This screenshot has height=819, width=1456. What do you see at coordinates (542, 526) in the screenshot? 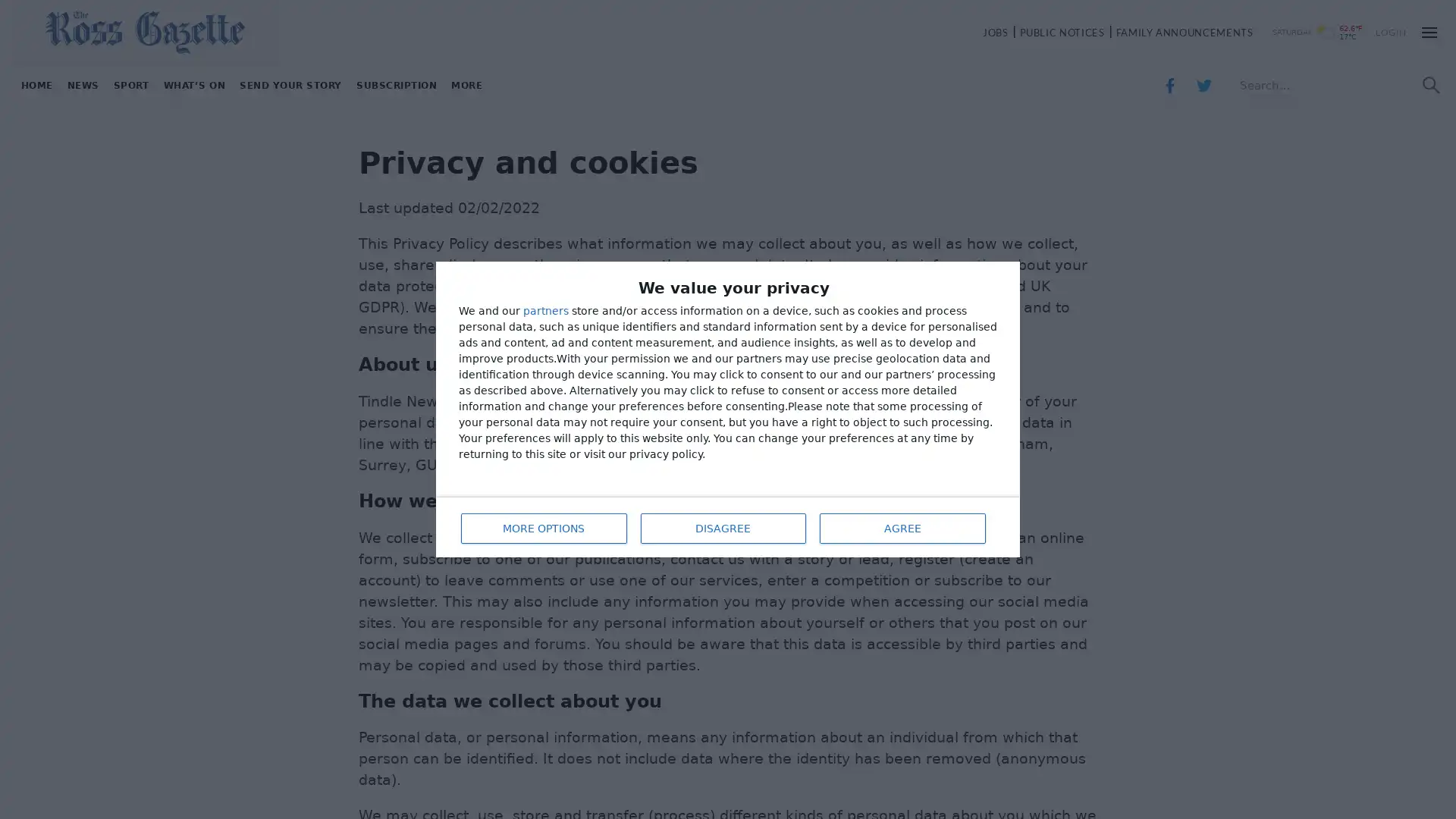
I see `MORE OPTIONS` at bounding box center [542, 526].